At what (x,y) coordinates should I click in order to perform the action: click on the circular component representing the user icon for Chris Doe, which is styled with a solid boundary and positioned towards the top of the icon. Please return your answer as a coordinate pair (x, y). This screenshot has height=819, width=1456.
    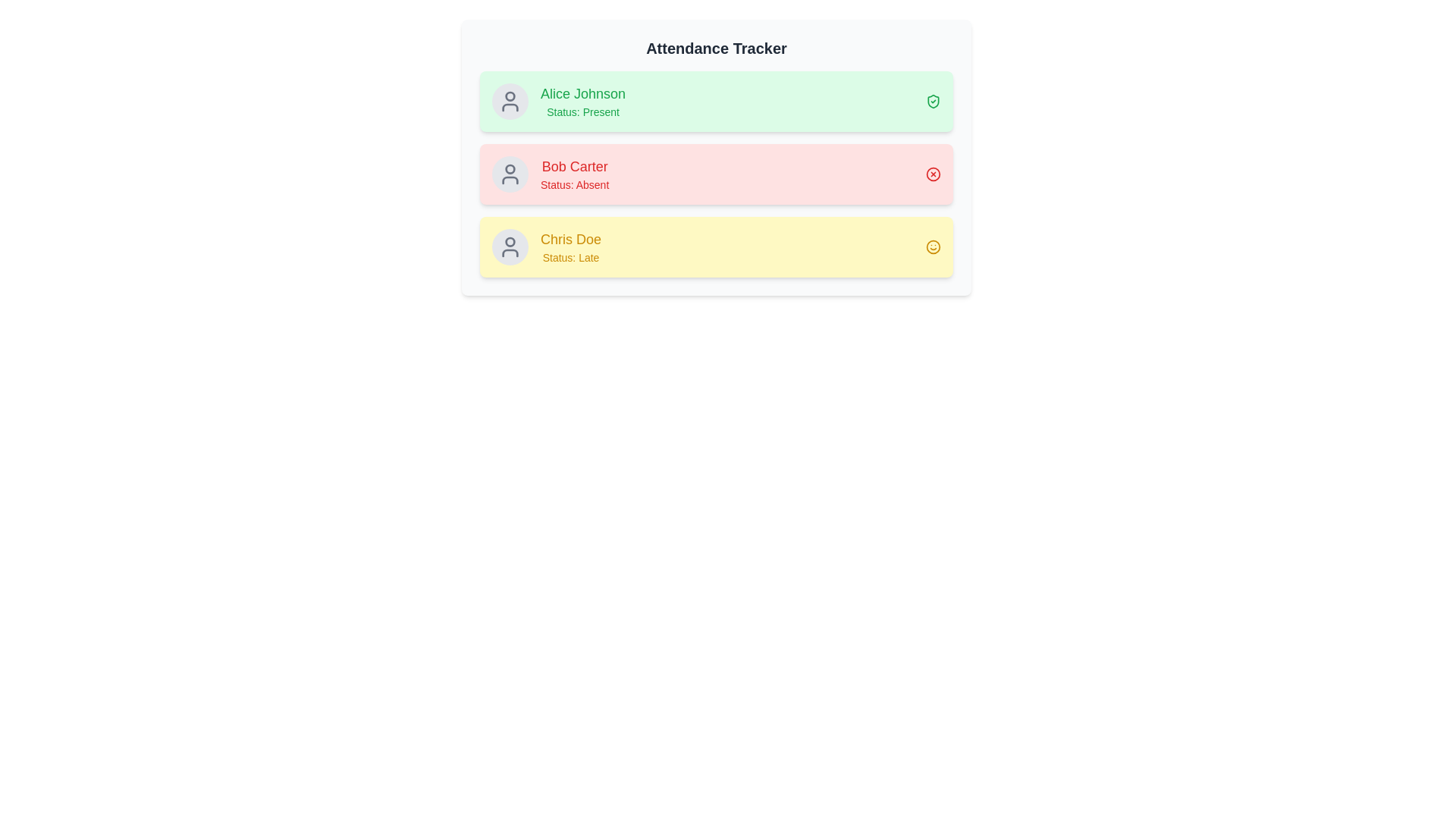
    Looking at the image, I should click on (510, 241).